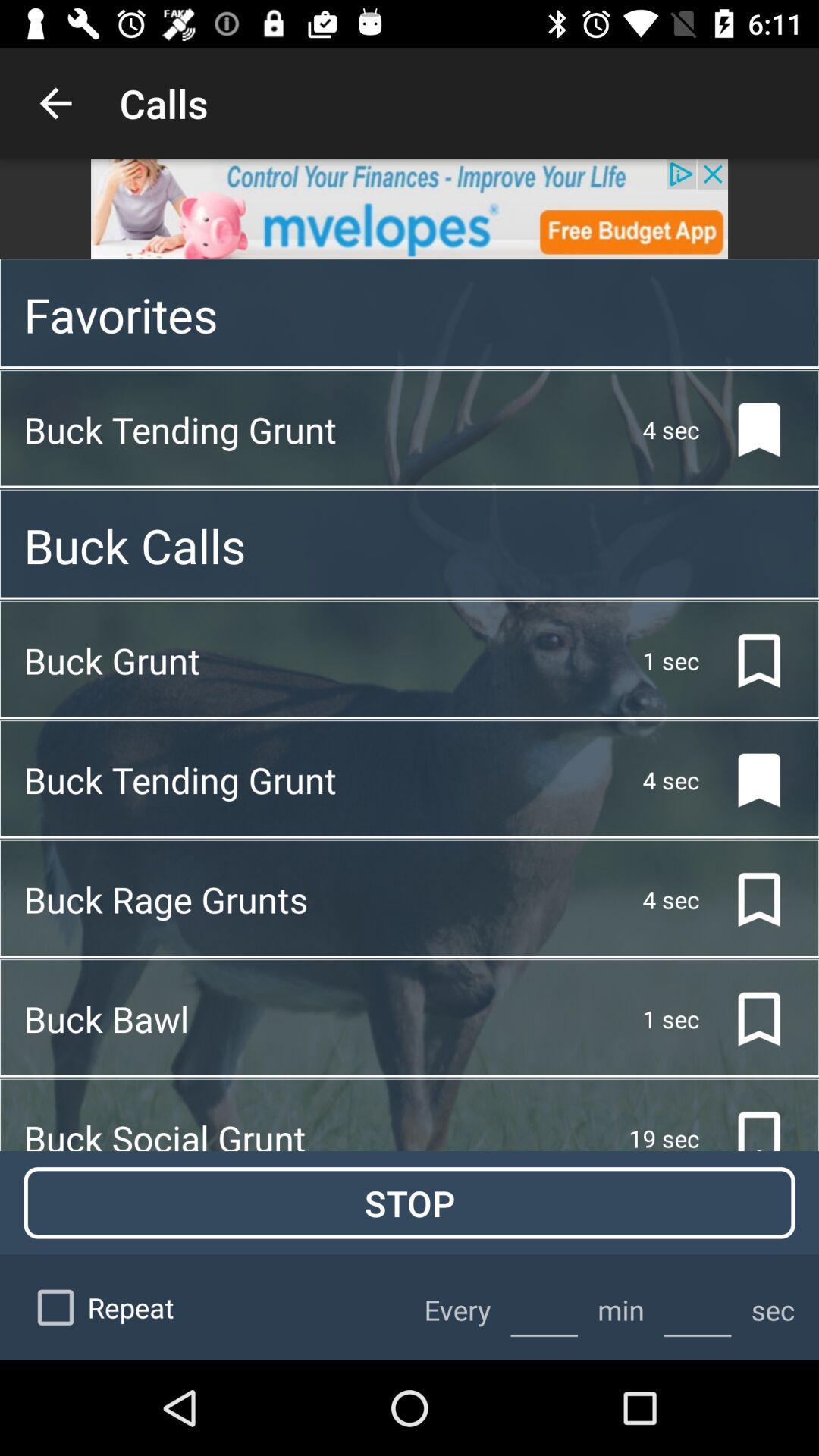 The image size is (819, 1456). Describe the element at coordinates (409, 208) in the screenshot. I see `make advertisement` at that location.